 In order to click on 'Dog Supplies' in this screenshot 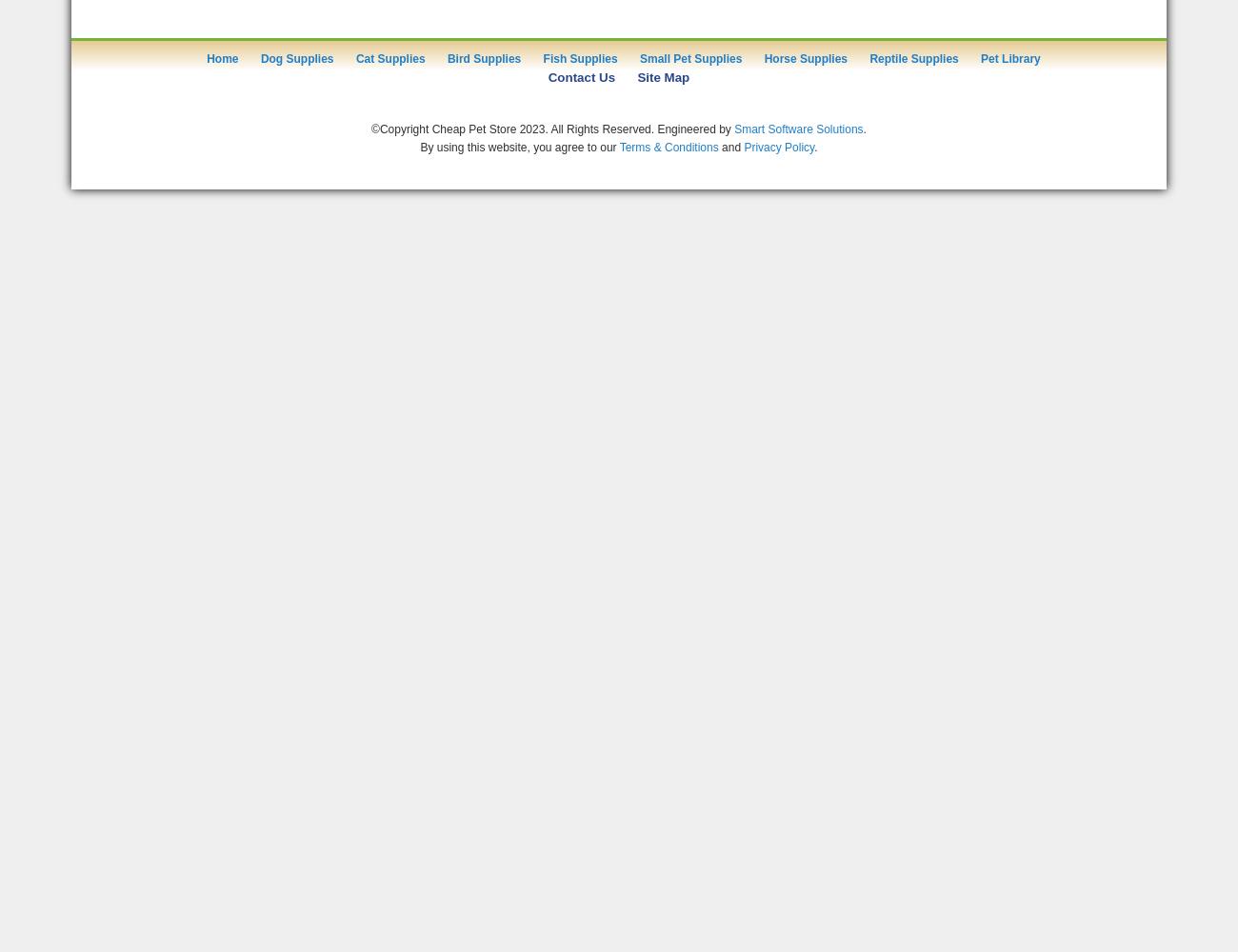, I will do `click(296, 59)`.